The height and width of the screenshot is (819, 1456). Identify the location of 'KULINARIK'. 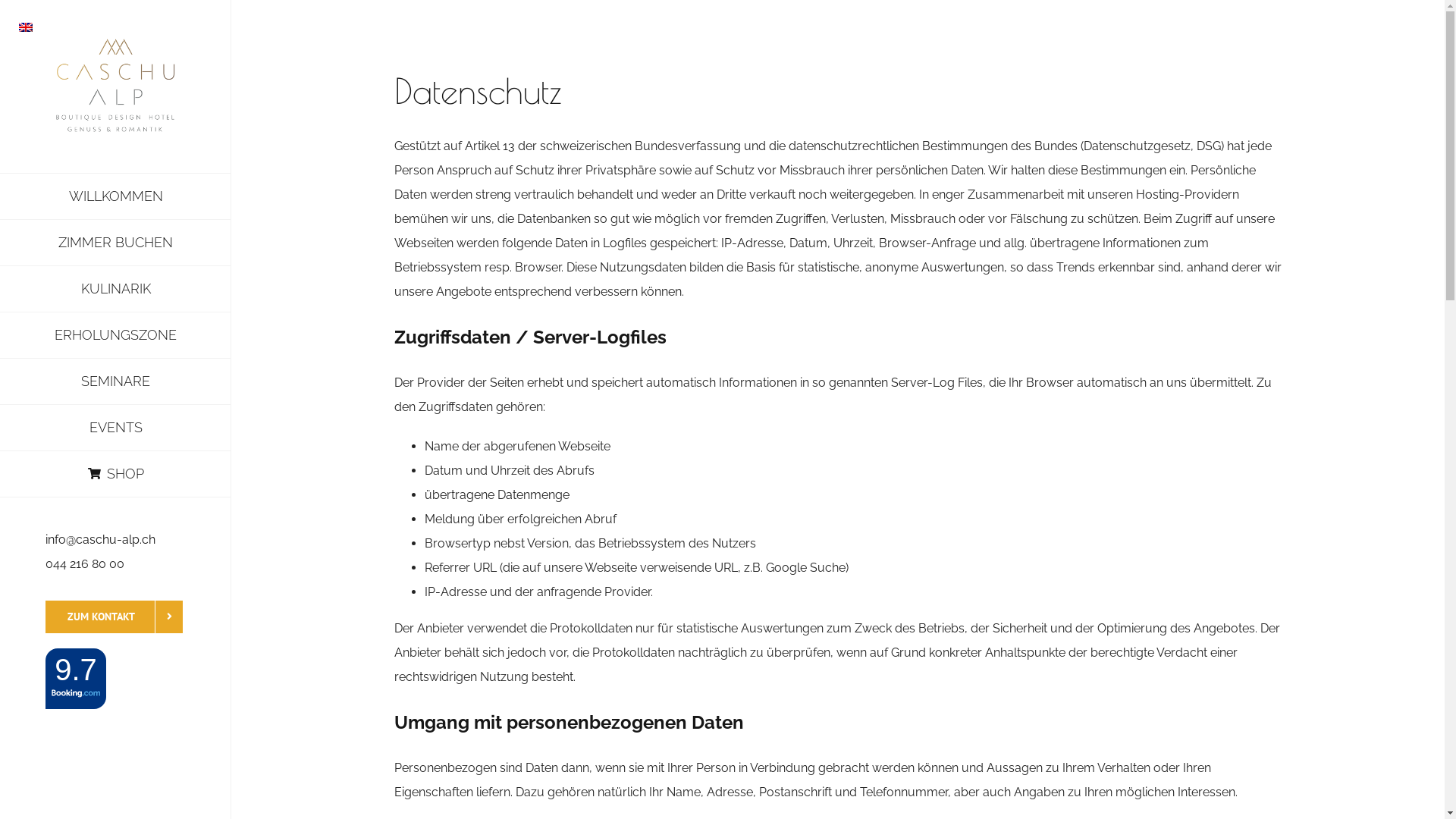
(115, 289).